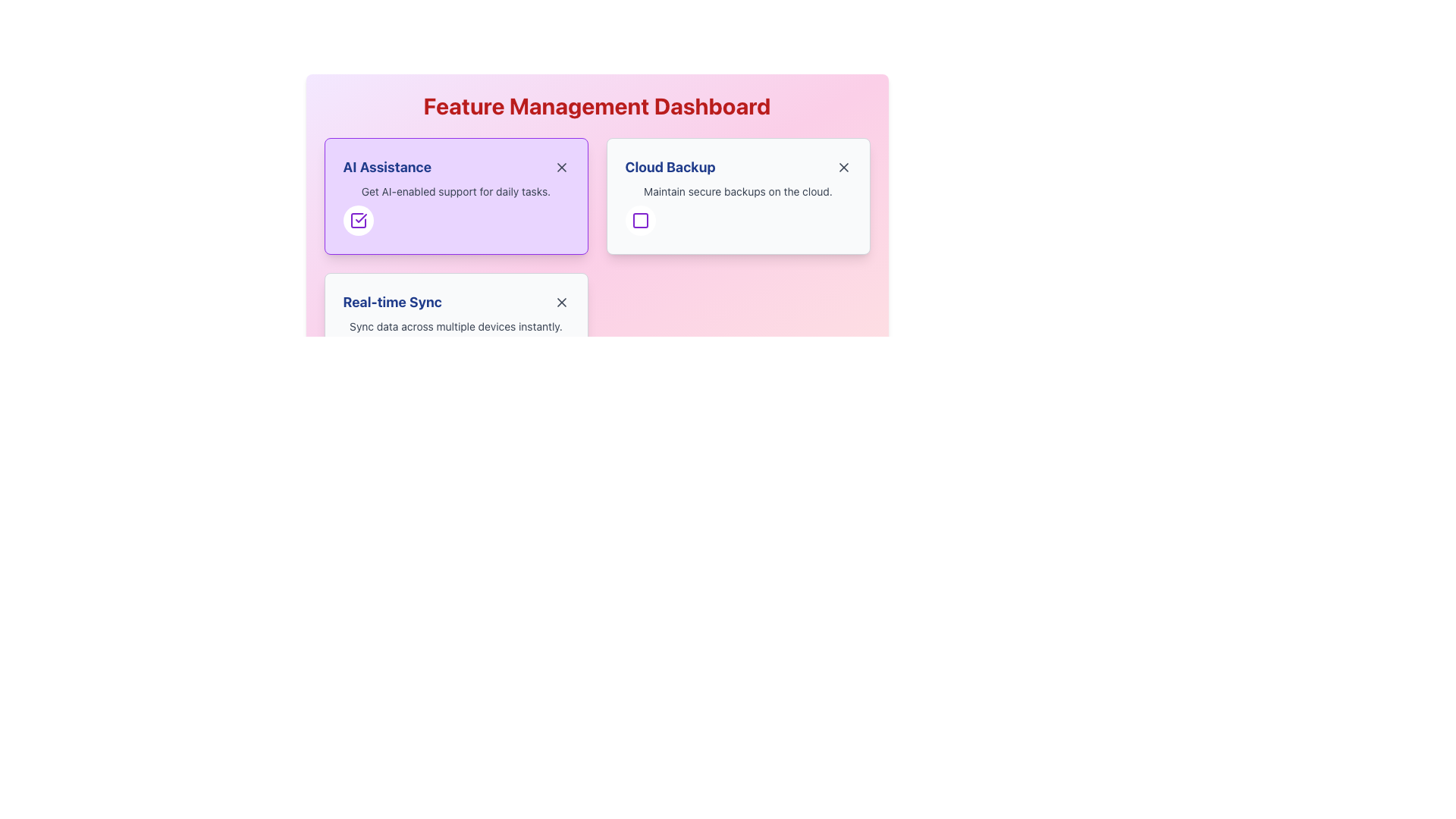 The width and height of the screenshot is (1456, 819). Describe the element at coordinates (560, 302) in the screenshot. I see `the cross icon in the upper-right corner of the 'Real-time Sync' panel` at that location.